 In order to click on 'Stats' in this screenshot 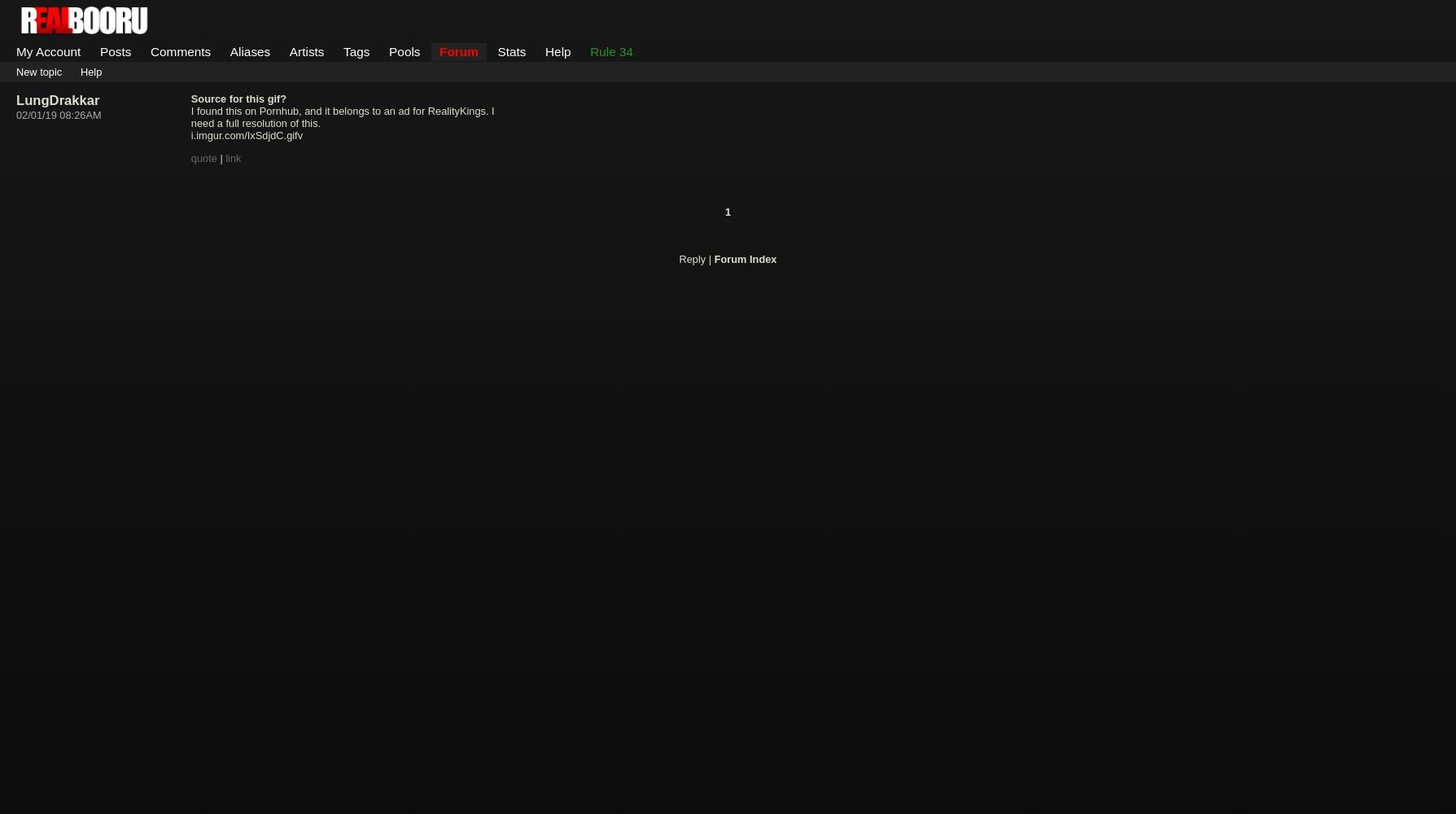, I will do `click(511, 50)`.